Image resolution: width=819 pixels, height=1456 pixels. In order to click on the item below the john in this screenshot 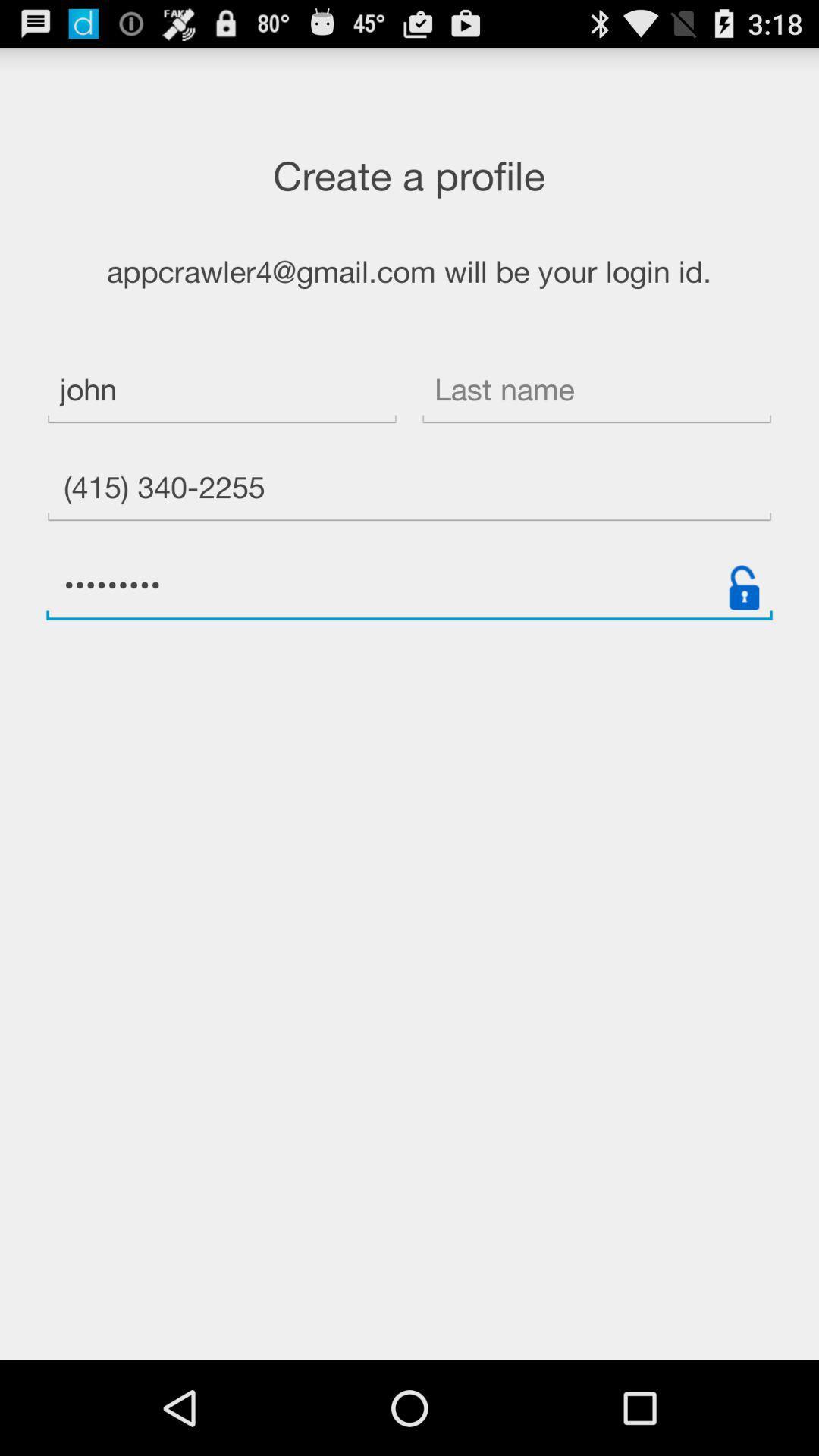, I will do `click(409, 490)`.